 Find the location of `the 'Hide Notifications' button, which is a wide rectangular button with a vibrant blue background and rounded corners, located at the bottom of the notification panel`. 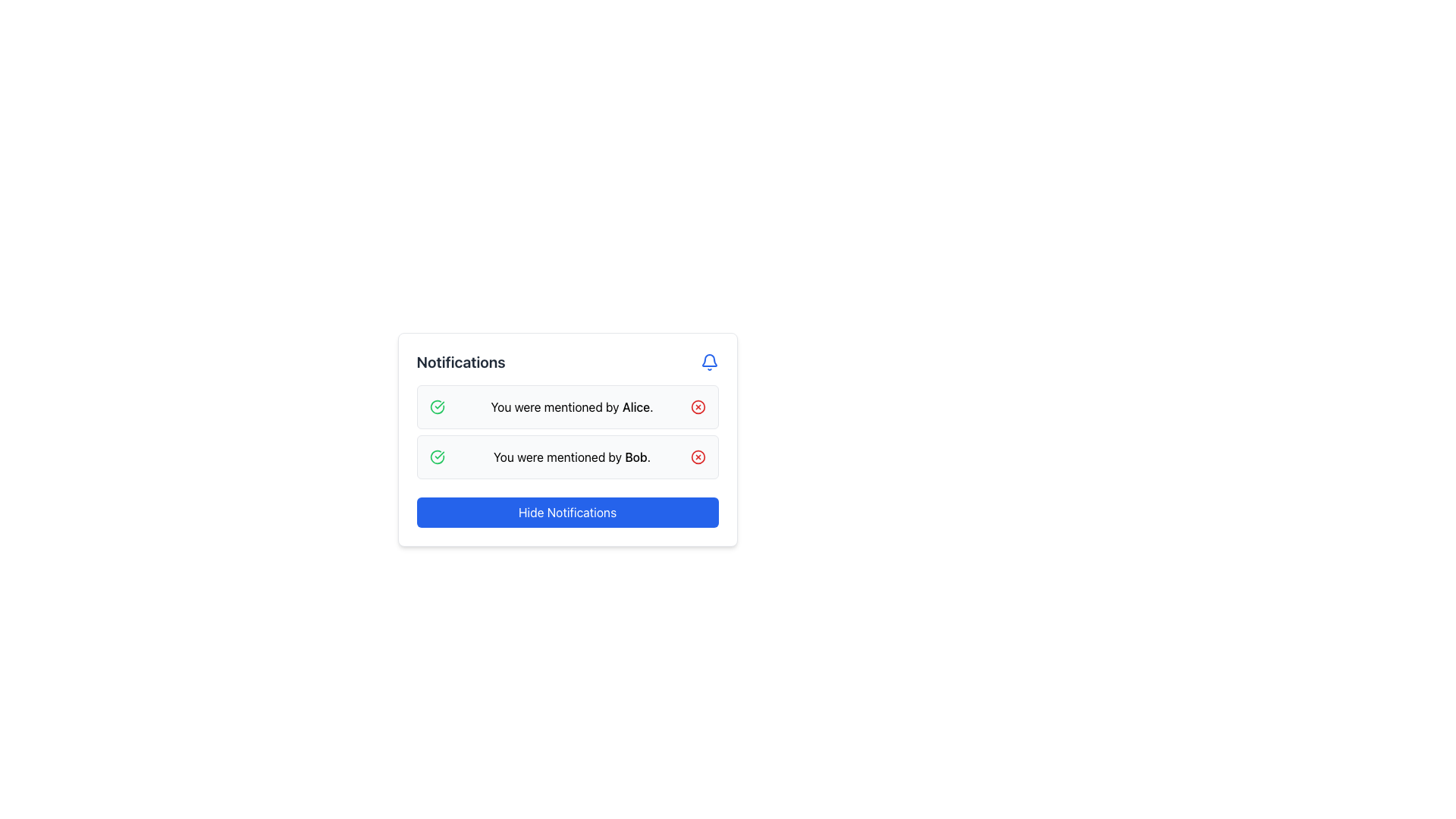

the 'Hide Notifications' button, which is a wide rectangular button with a vibrant blue background and rounded corners, located at the bottom of the notification panel is located at coordinates (566, 512).